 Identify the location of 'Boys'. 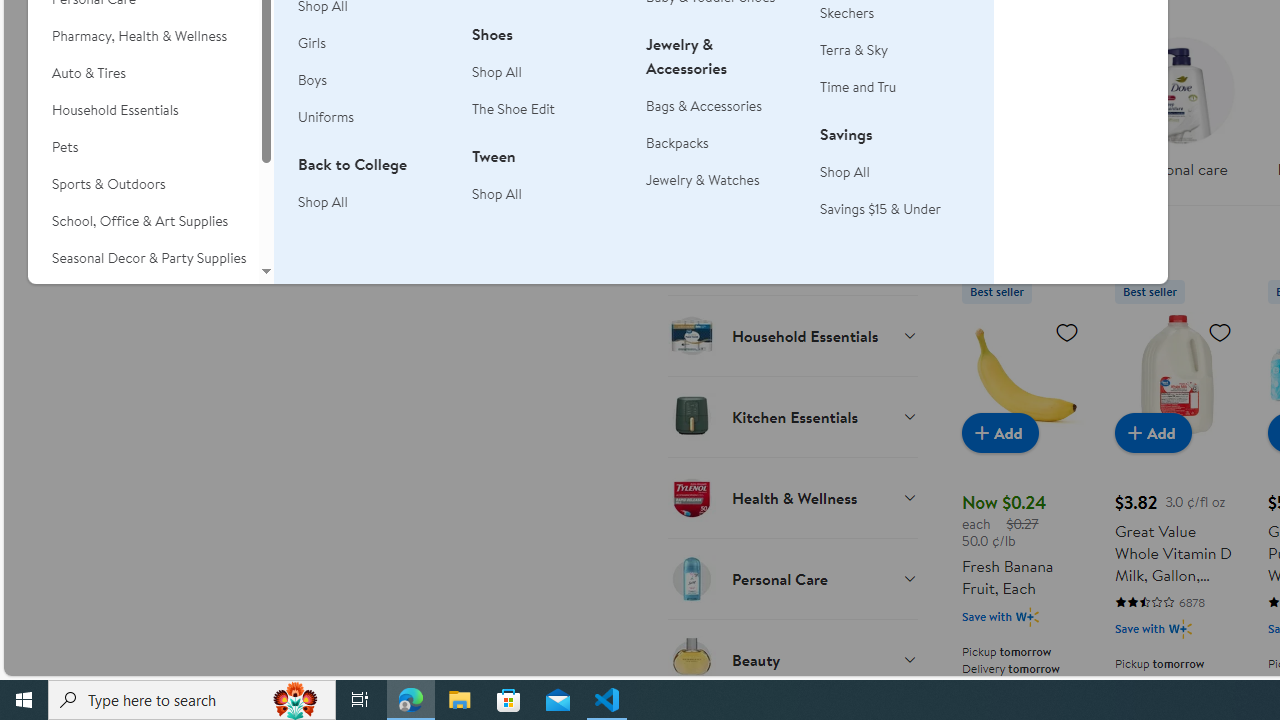
(311, 78).